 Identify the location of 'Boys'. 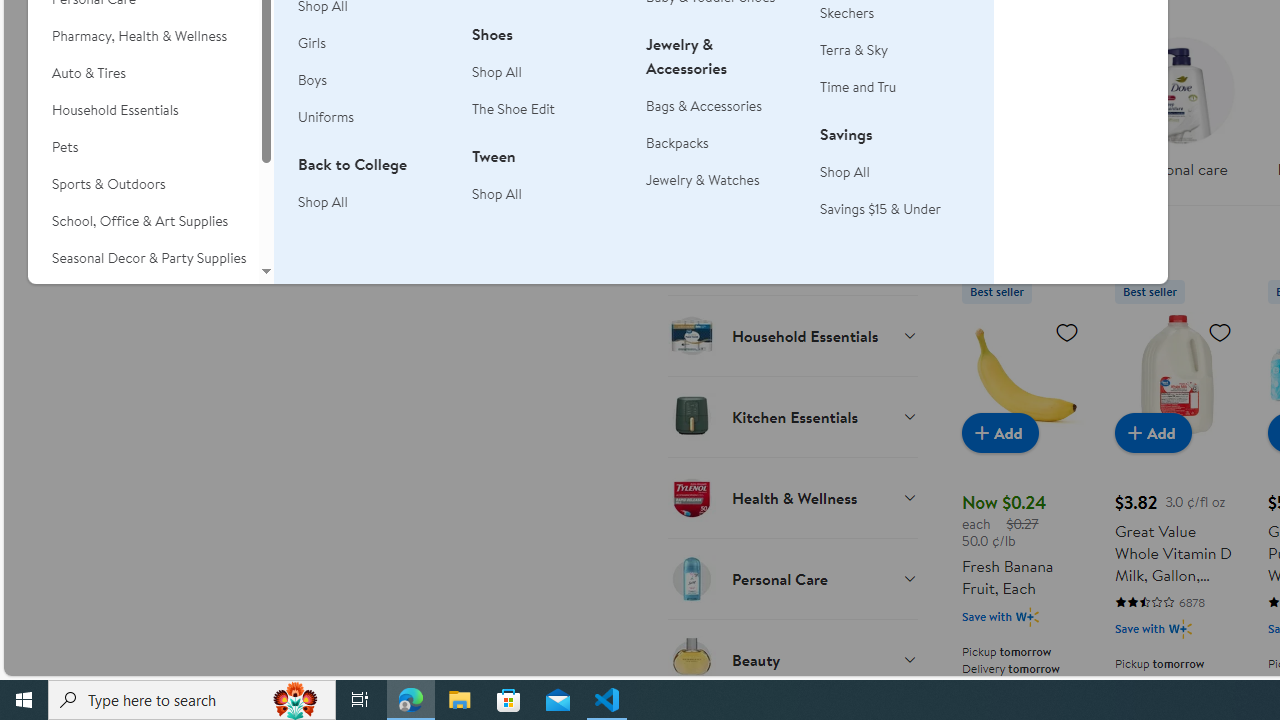
(311, 78).